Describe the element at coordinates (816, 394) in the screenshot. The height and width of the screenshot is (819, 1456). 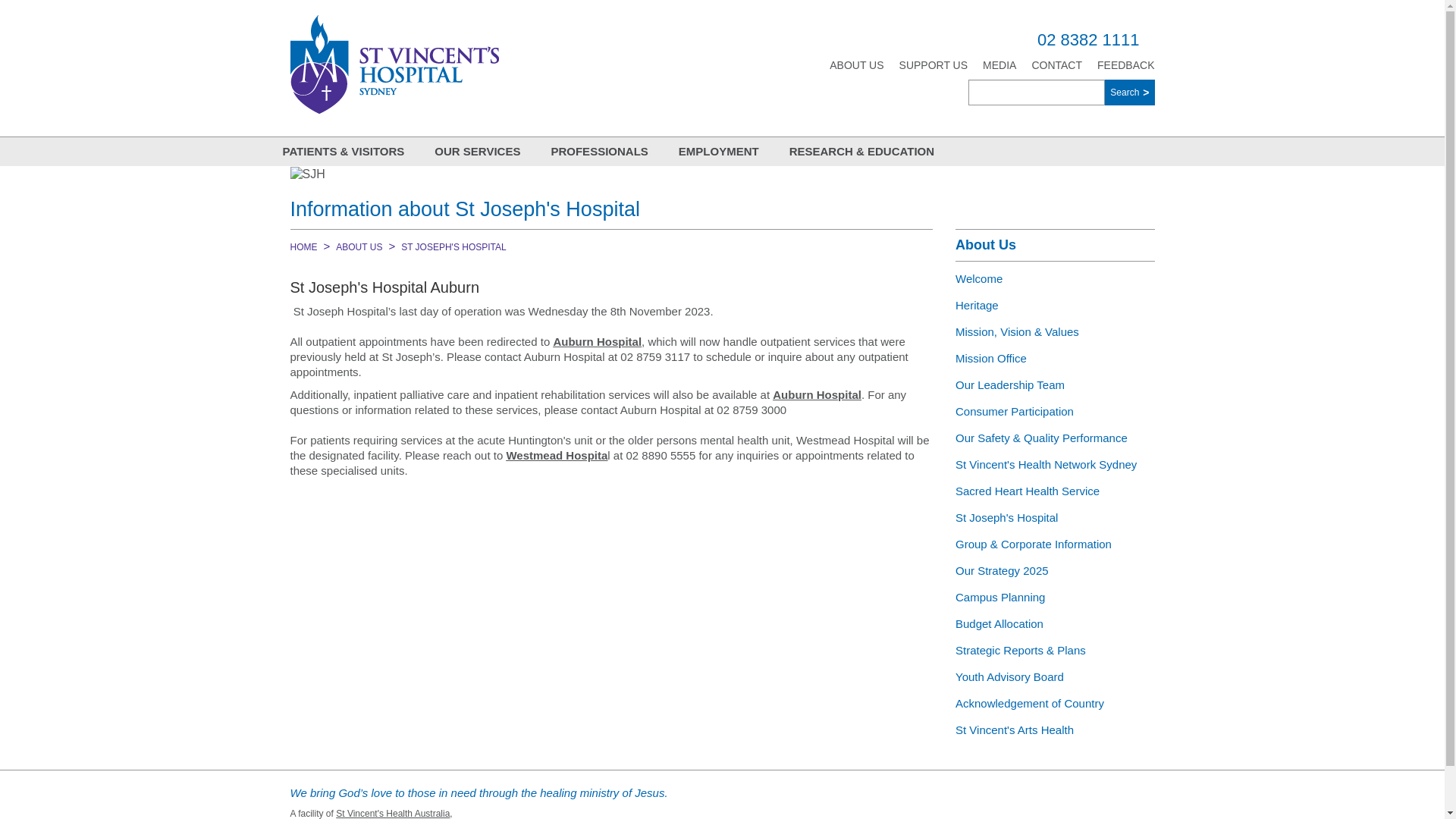
I see `'Auburn Hospital'` at that location.